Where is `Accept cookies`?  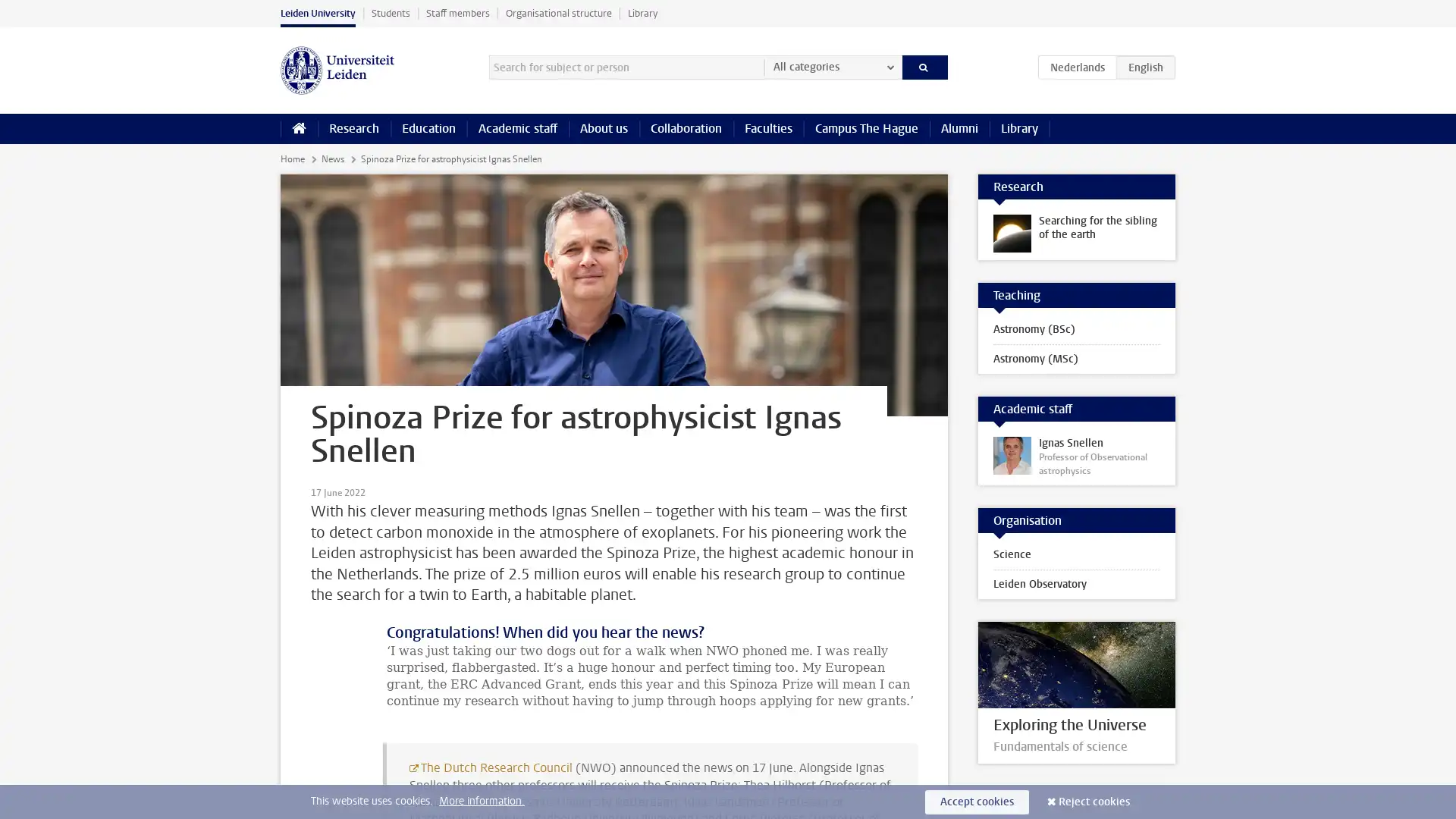 Accept cookies is located at coordinates (977, 801).